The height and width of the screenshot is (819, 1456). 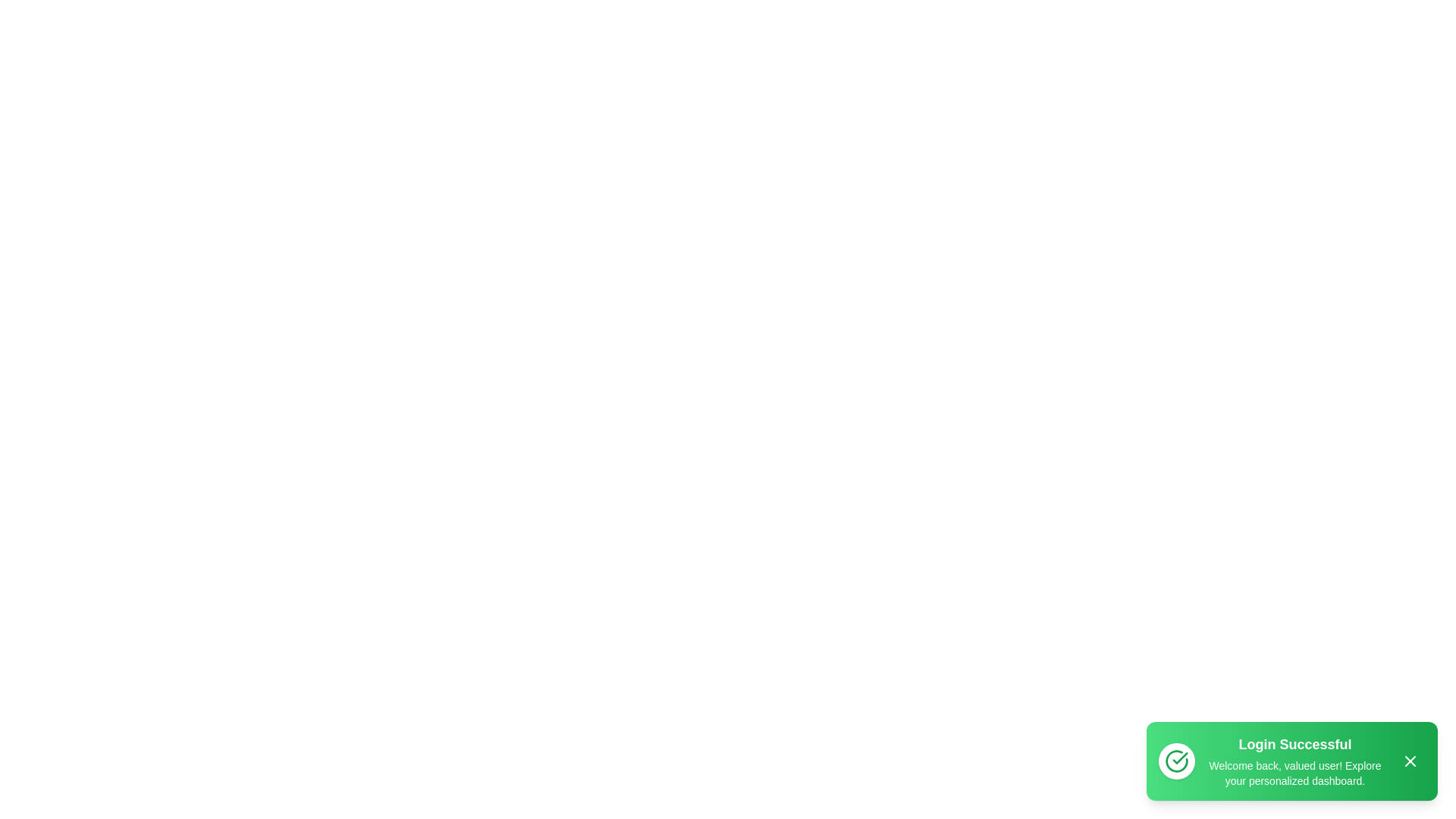 What do you see at coordinates (1175, 761) in the screenshot?
I see `the 'CheckCircle' icon in the notification` at bounding box center [1175, 761].